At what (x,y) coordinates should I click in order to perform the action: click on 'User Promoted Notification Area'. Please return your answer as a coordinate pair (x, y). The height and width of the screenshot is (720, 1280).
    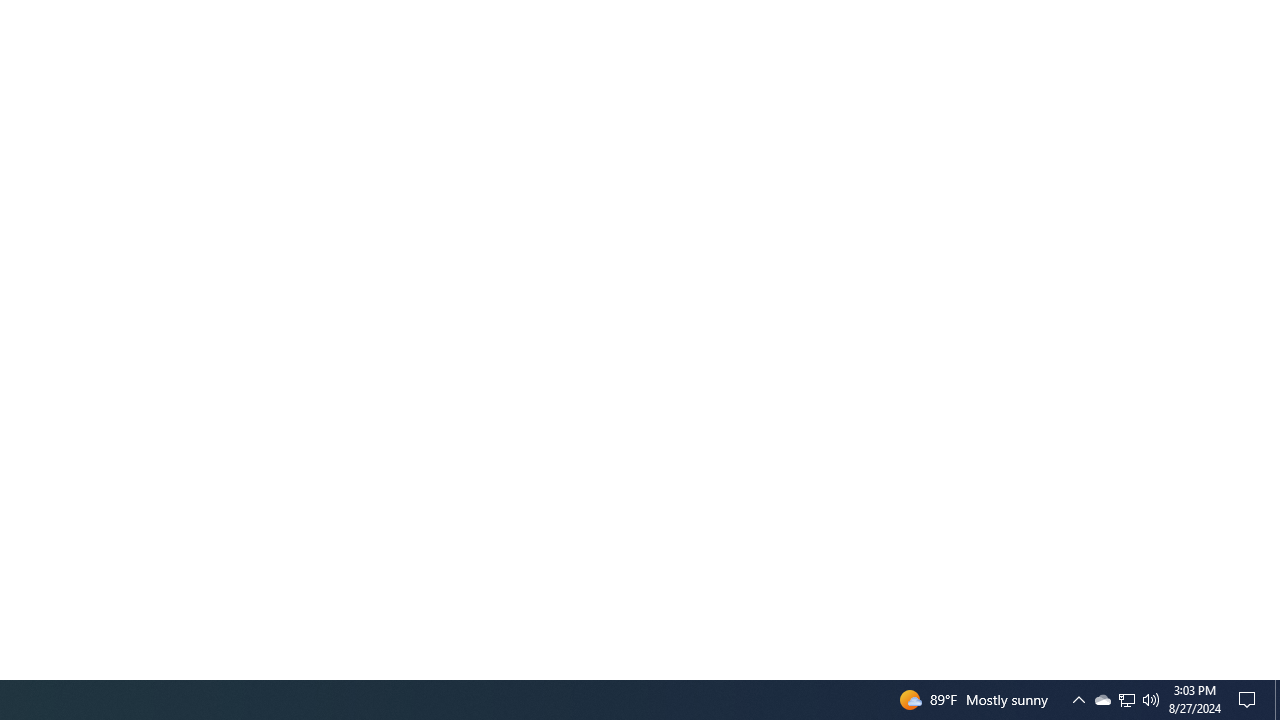
    Looking at the image, I should click on (1101, 698).